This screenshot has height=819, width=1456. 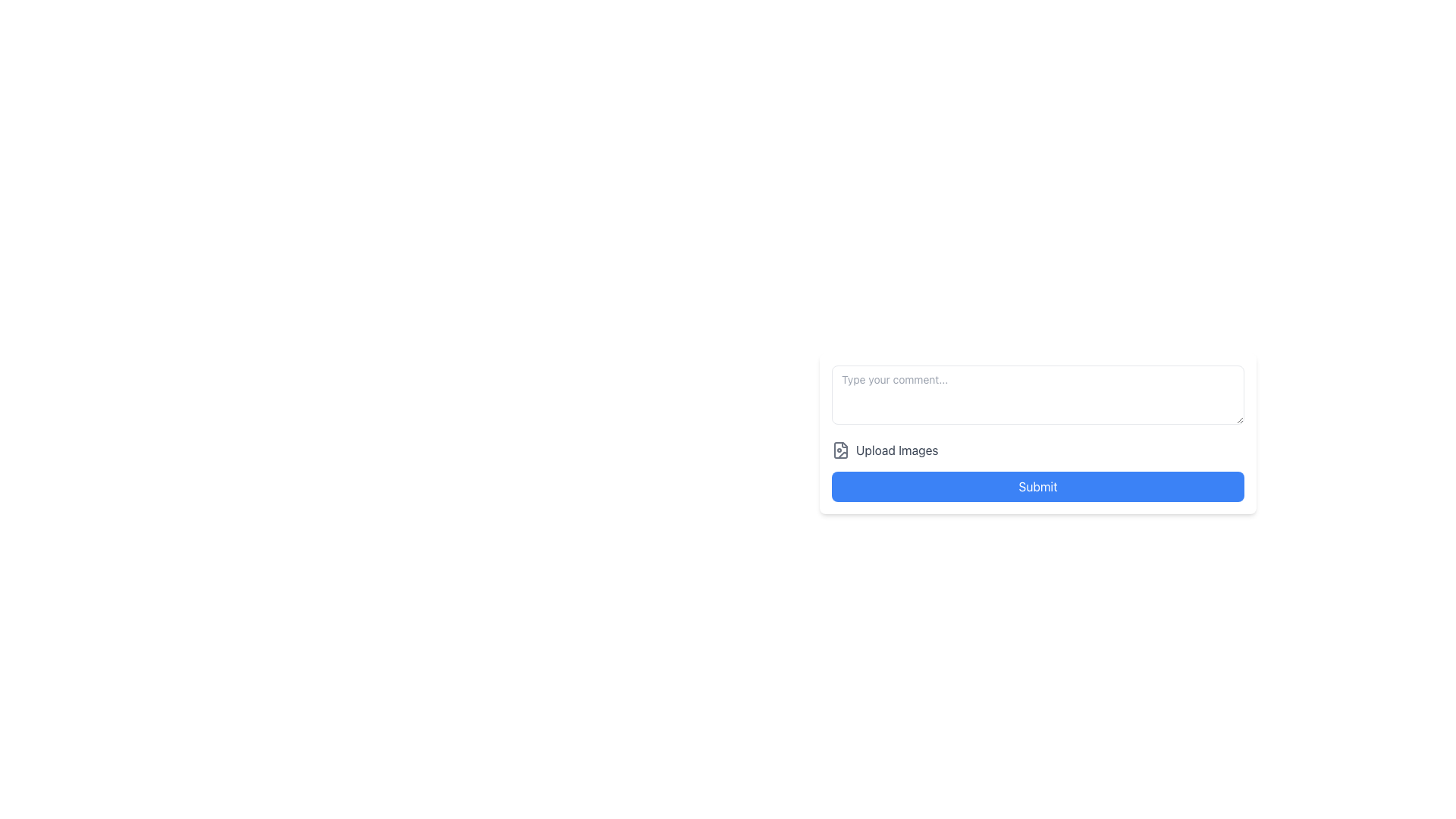 I want to click on the 'Submit' button with a bright blue background and white text by, so click(x=1037, y=486).